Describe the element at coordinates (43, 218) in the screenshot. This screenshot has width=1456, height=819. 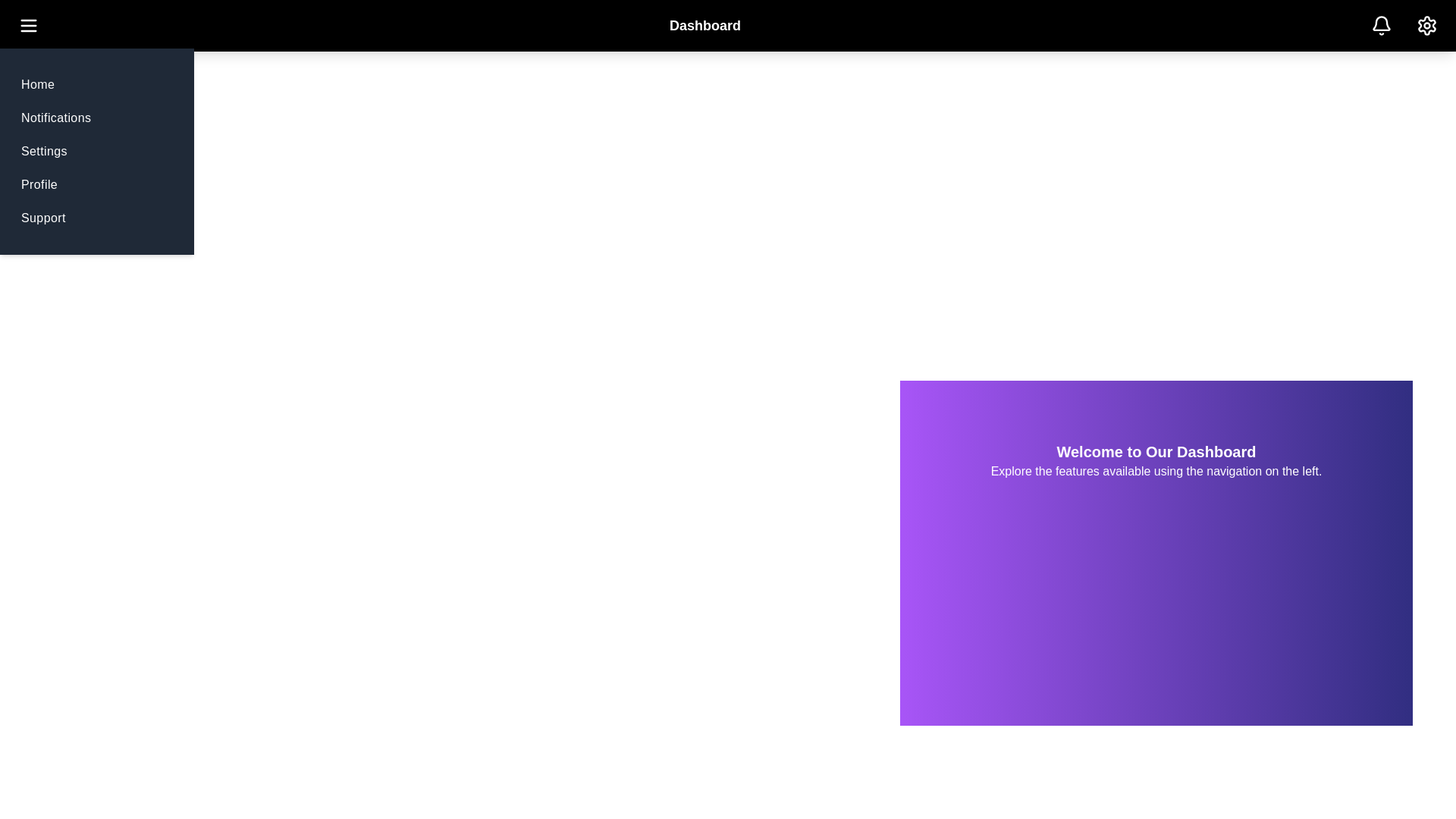
I see `the navigation menu item Support` at that location.